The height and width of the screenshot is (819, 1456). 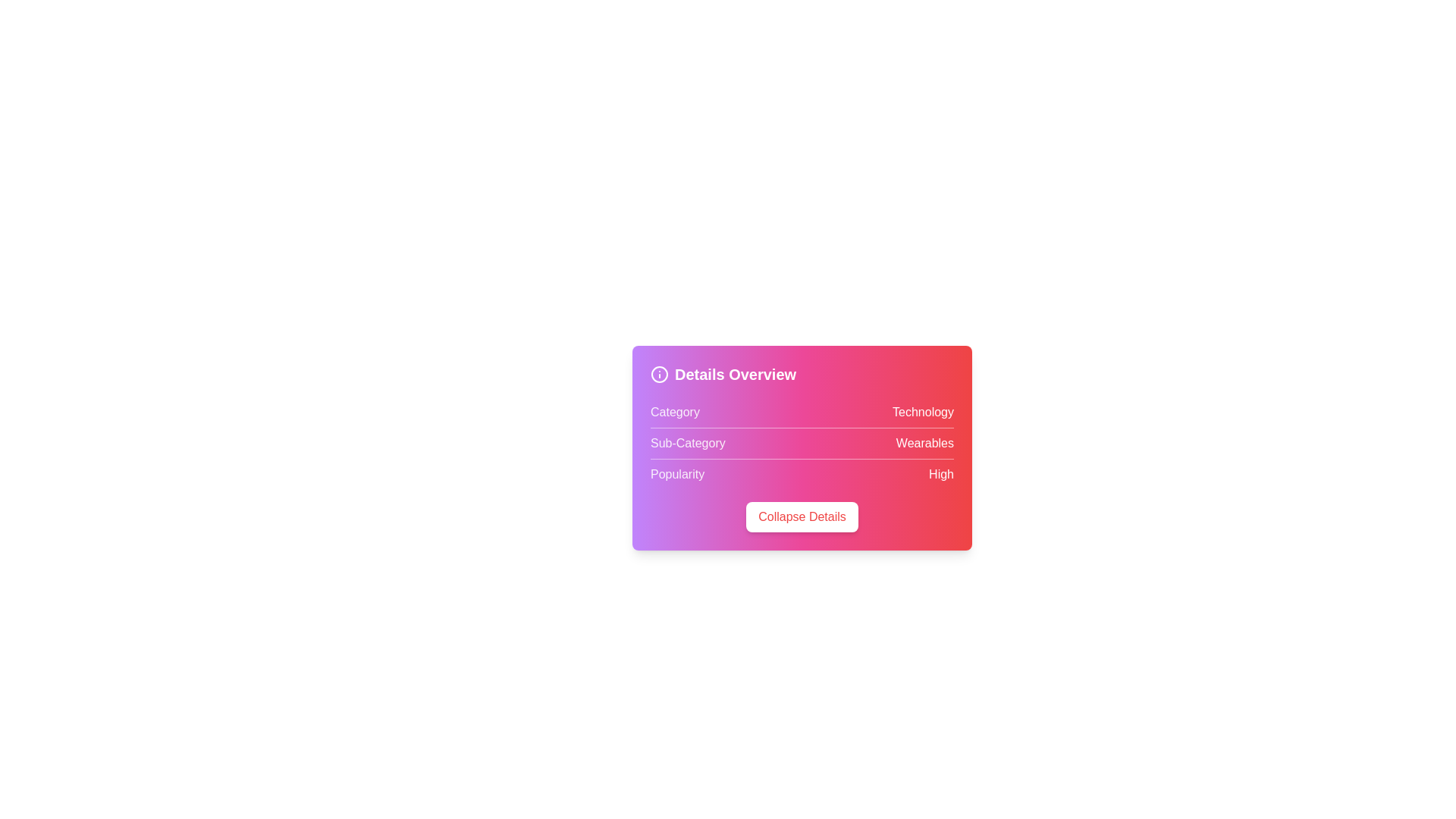 I want to click on the circular 'info' icon with a purple-to-pink gradient background located at the top-left corner of the 'Details Overview' card, so click(x=659, y=374).